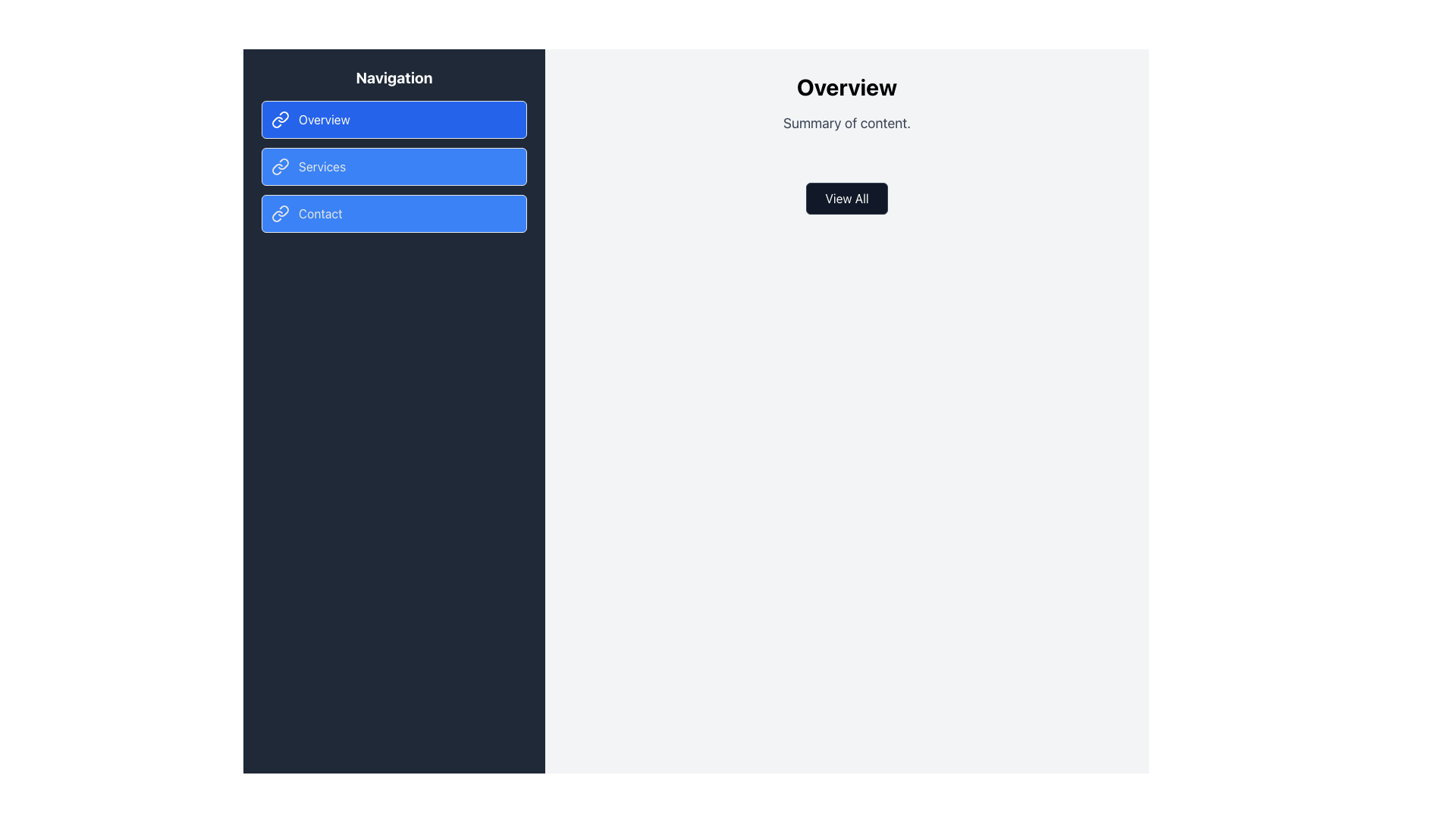 The width and height of the screenshot is (1456, 819). I want to click on the 'Services' navigation button located in the left-side navigation panel, so click(394, 166).